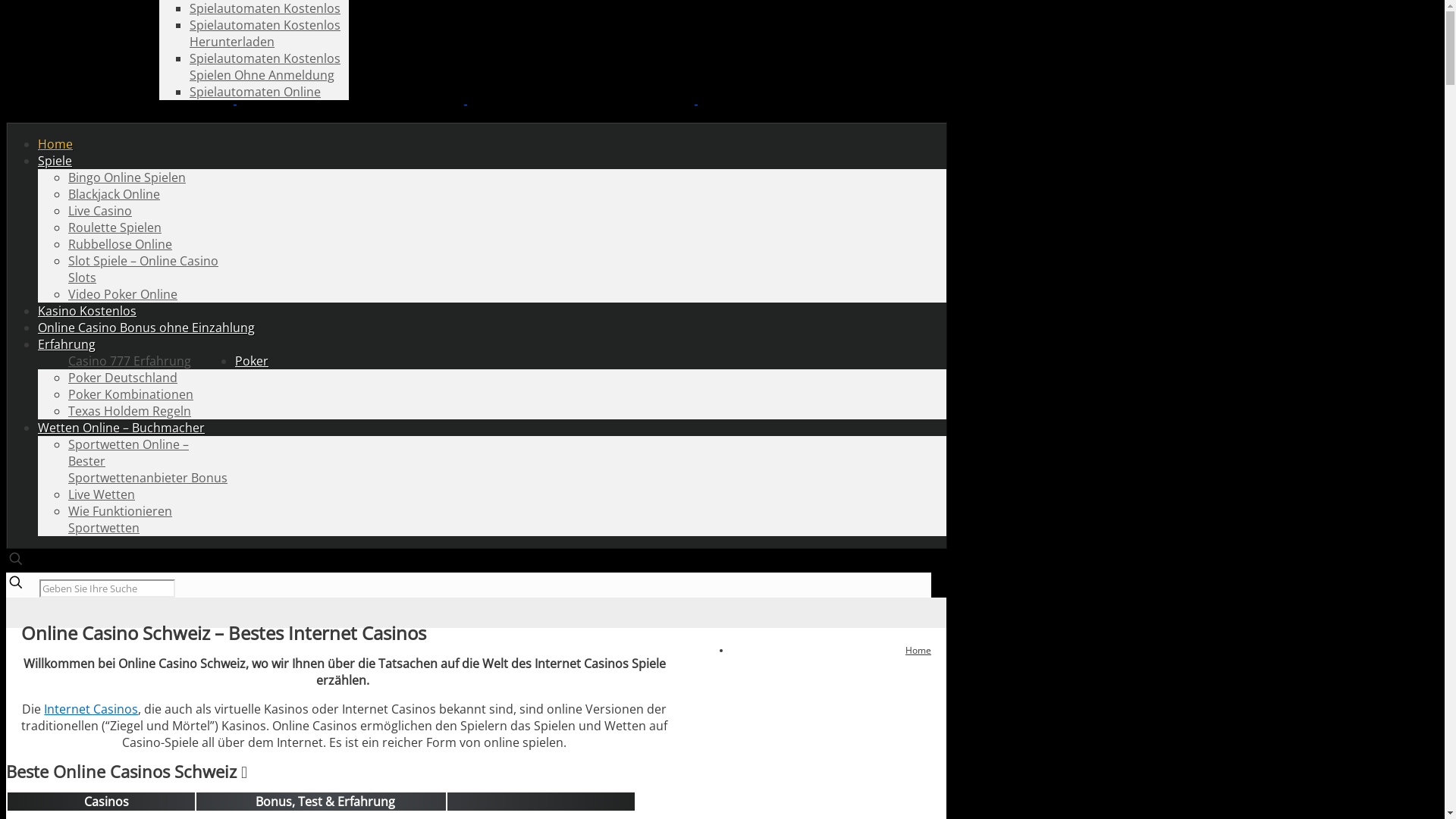 Image resolution: width=1456 pixels, height=819 pixels. What do you see at coordinates (119, 243) in the screenshot?
I see `'Rubbellose Online'` at bounding box center [119, 243].